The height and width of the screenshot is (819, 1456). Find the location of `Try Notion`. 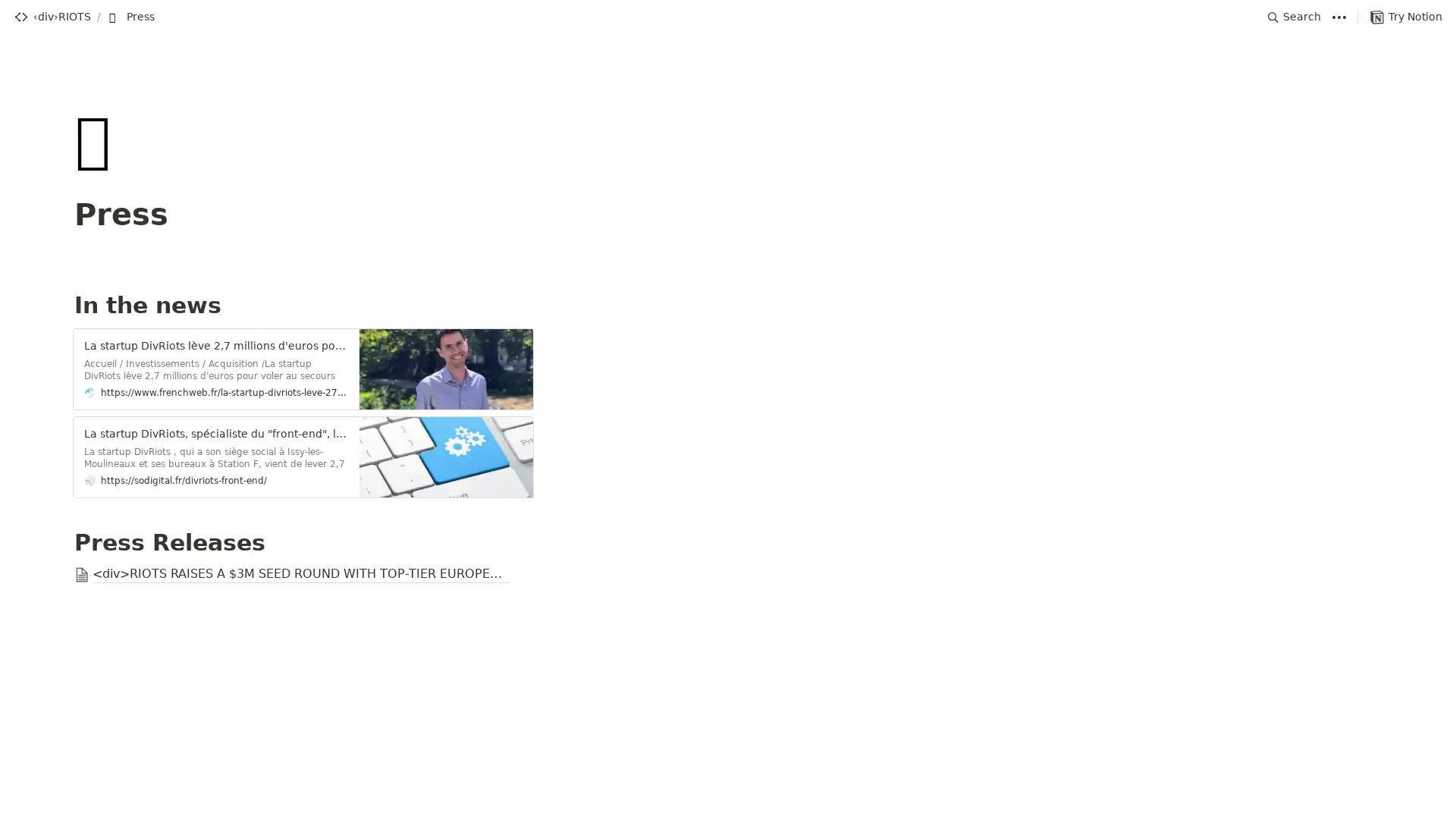

Try Notion is located at coordinates (1405, 17).